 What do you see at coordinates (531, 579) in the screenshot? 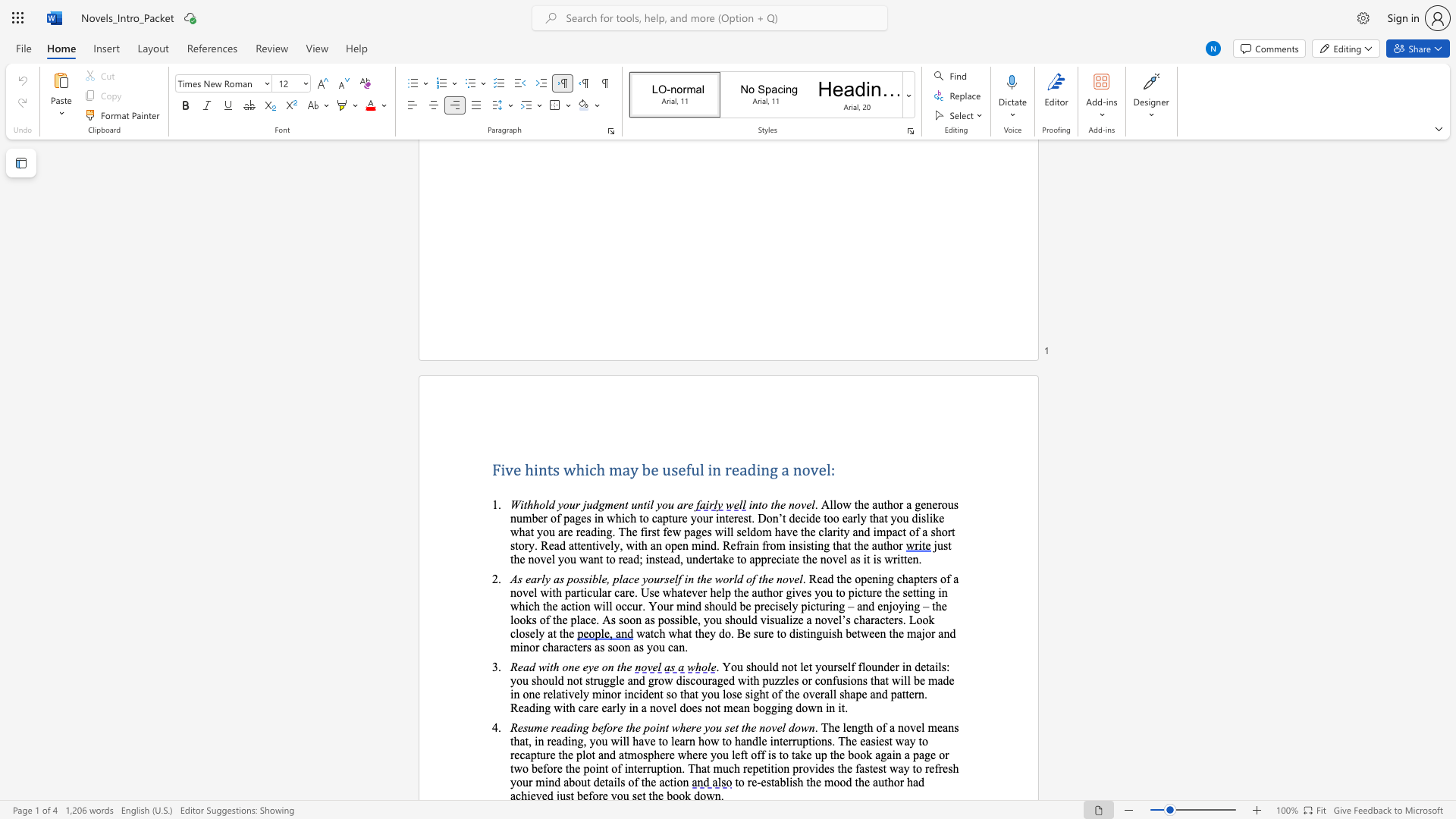
I see `the subset text "arly as possible, place yoursel" within the text "As early as possible, place yourself in the world of the novel"` at bounding box center [531, 579].